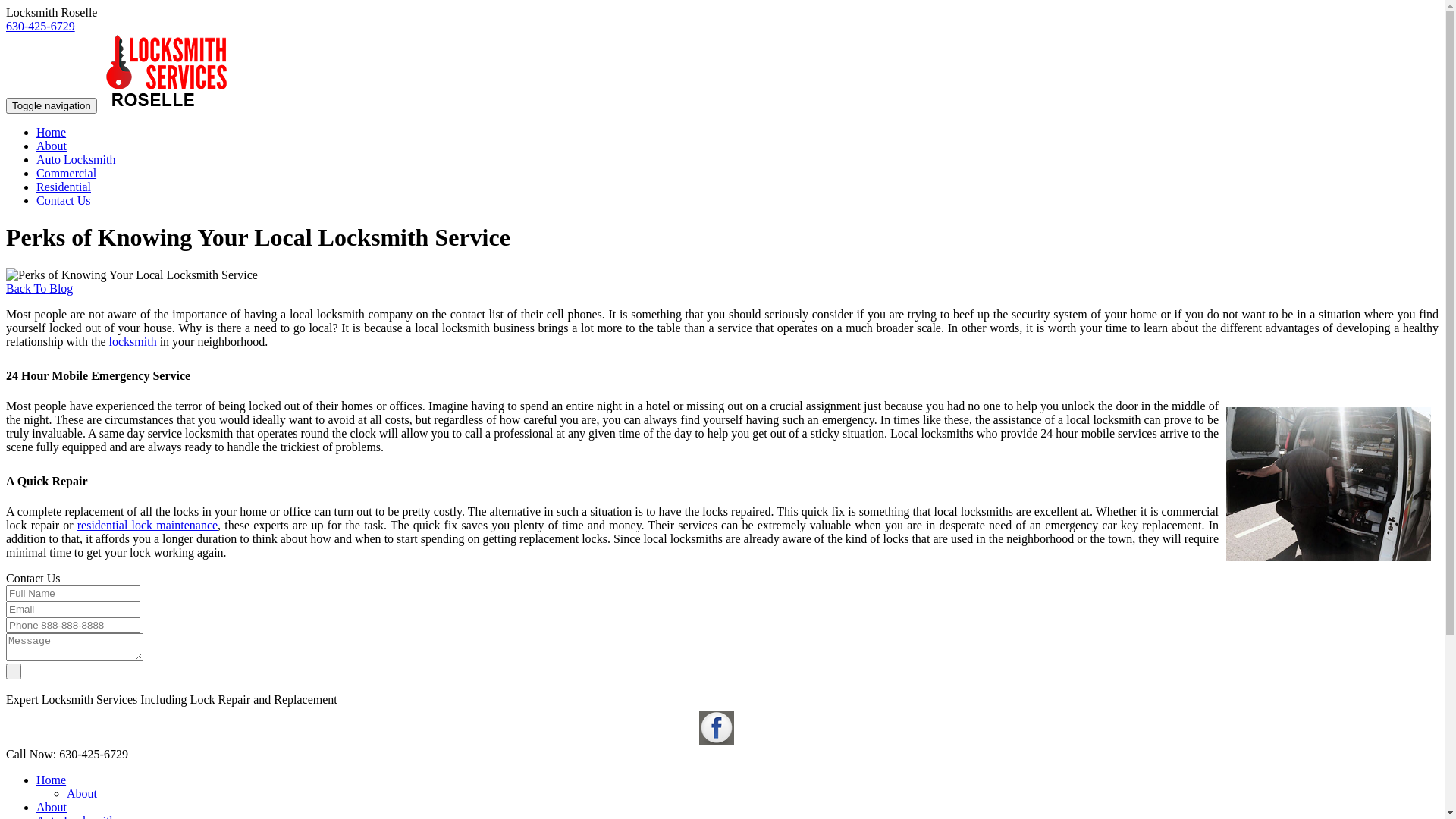  What do you see at coordinates (51, 806) in the screenshot?
I see `'About'` at bounding box center [51, 806].